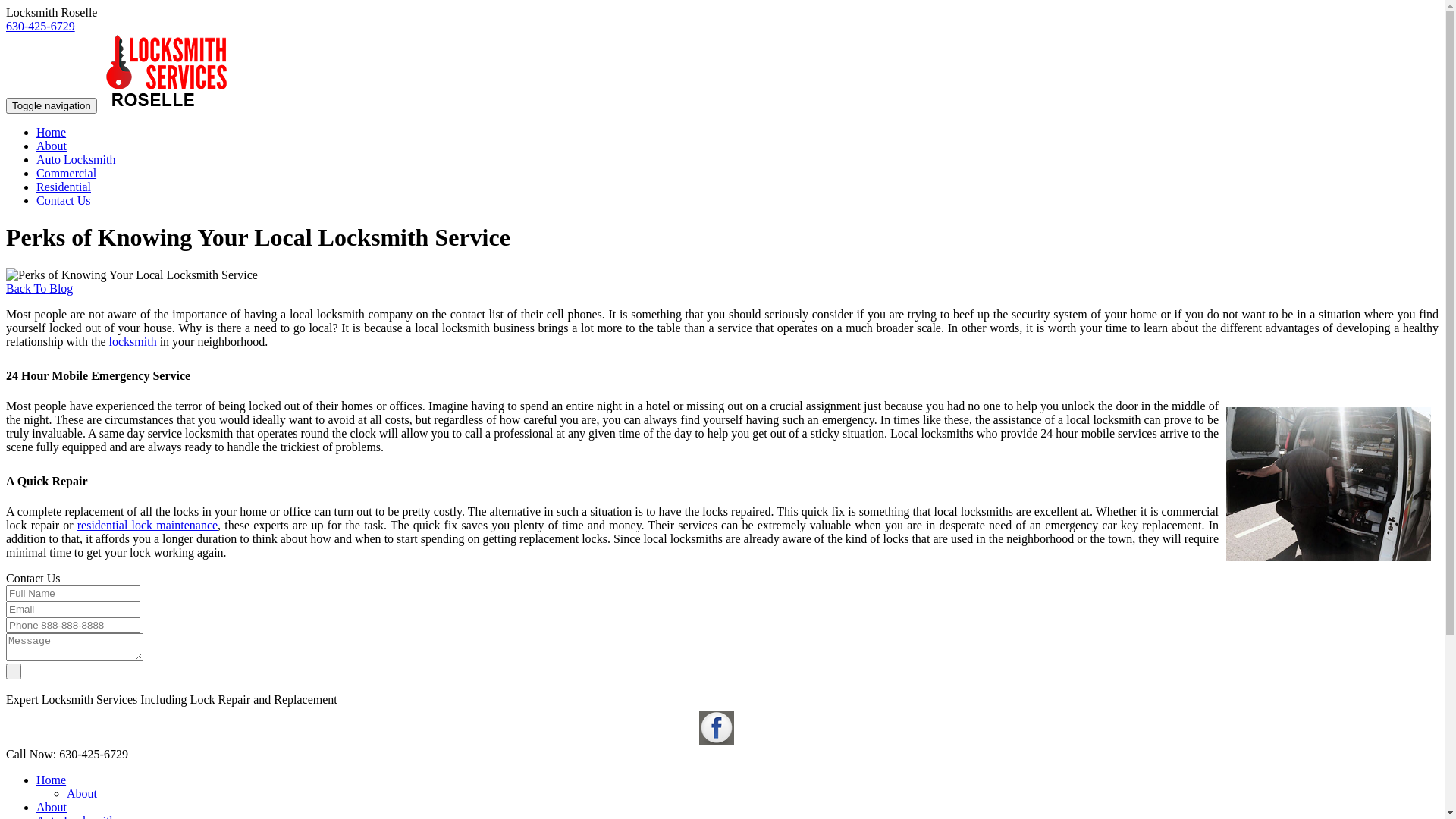  What do you see at coordinates (51, 806) in the screenshot?
I see `'About'` at bounding box center [51, 806].